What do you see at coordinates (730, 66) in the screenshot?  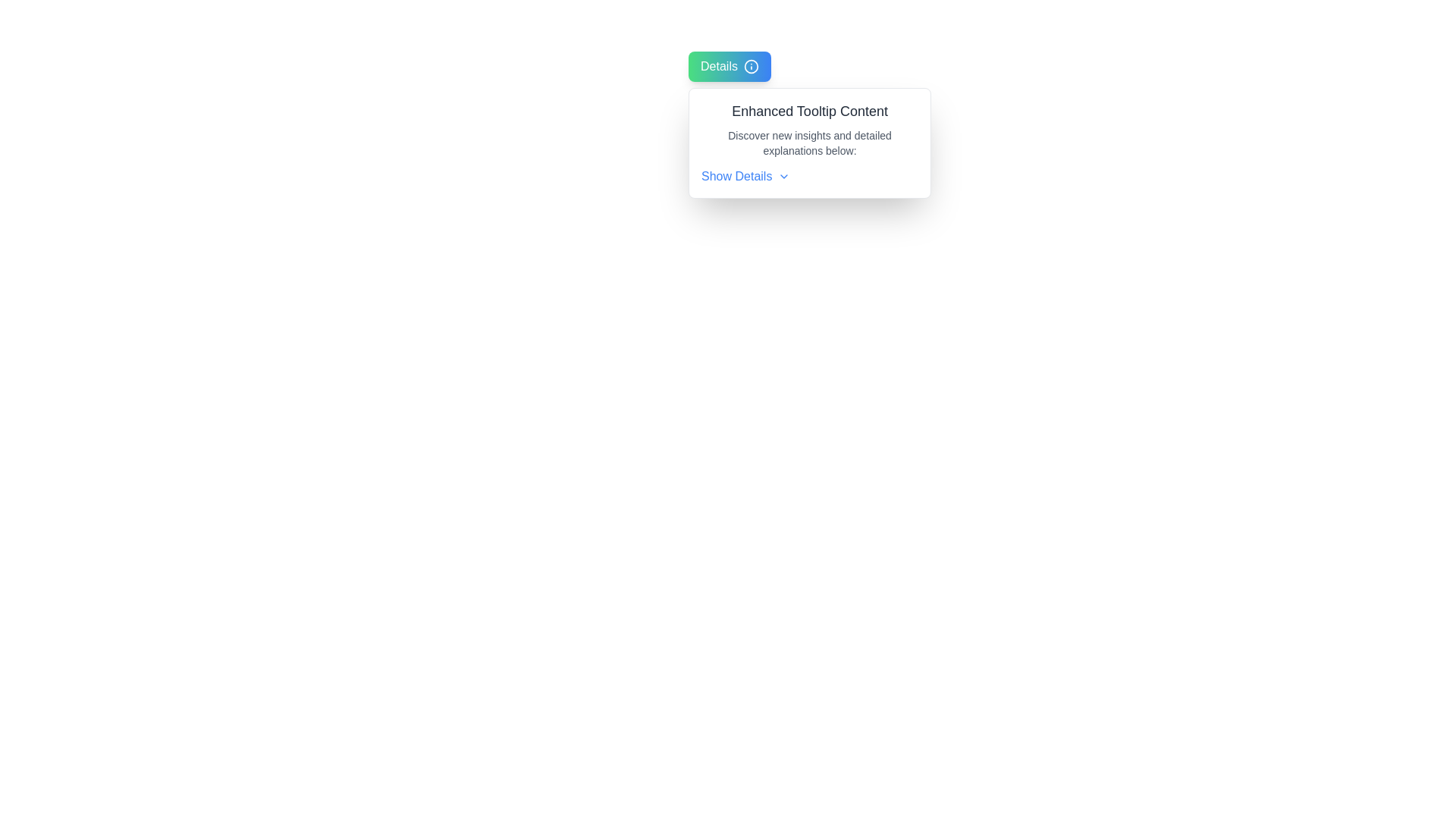 I see `the interactive button located in the top-left corner of the viewport` at bounding box center [730, 66].